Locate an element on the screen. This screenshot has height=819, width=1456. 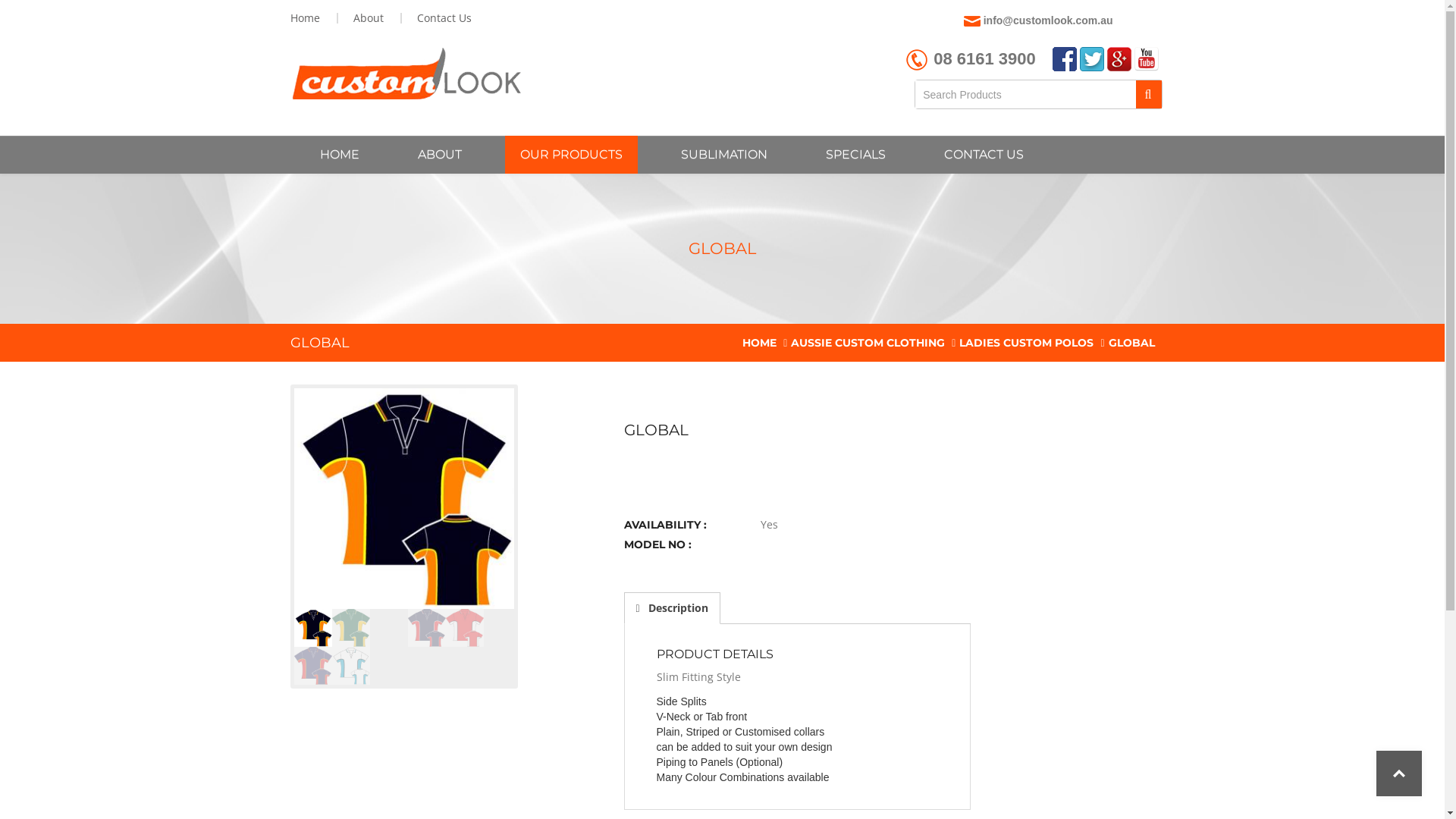
'SUBLIMATION' is located at coordinates (723, 155).